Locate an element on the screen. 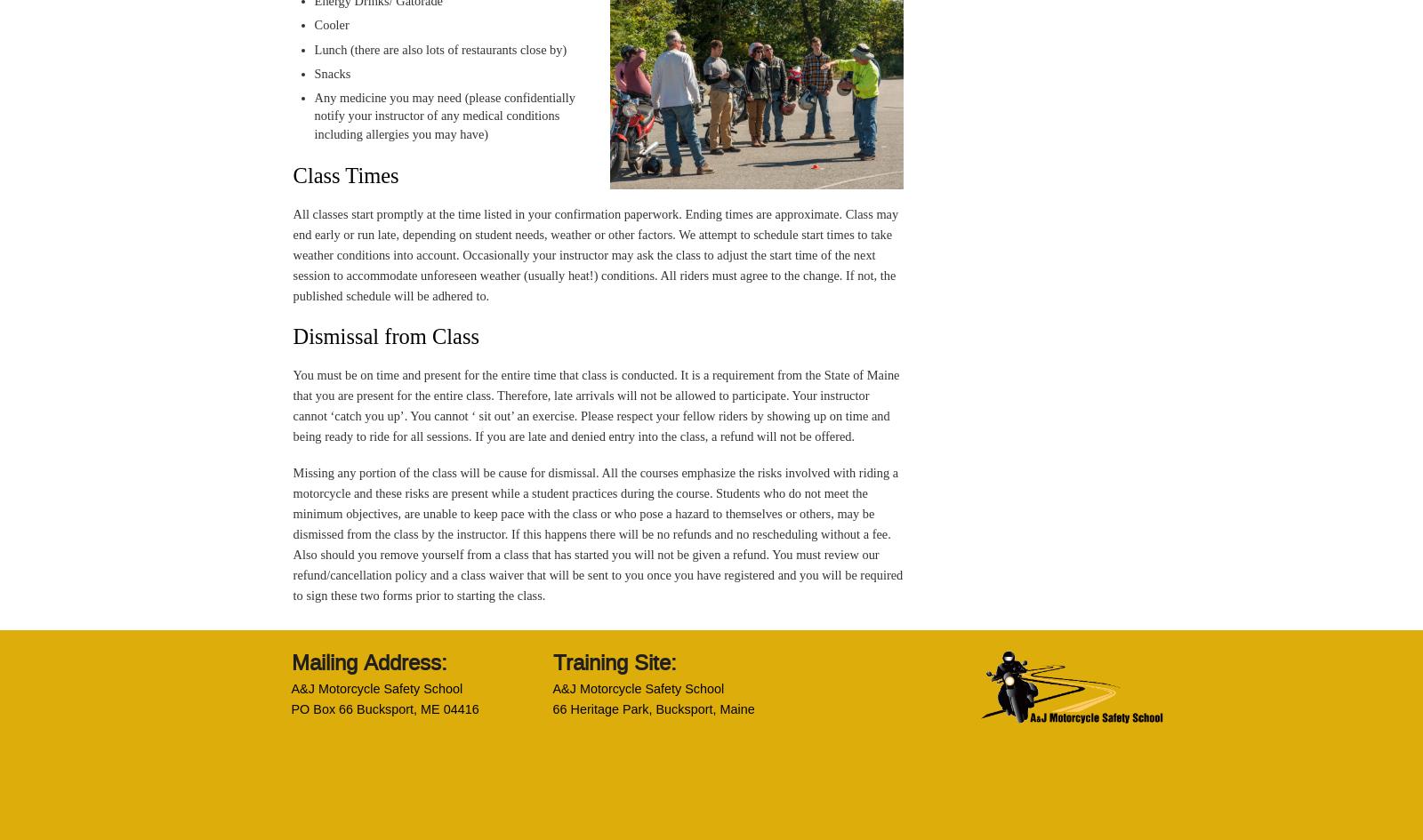  'You must be on time and present for the entire time that class is conducted. It is a requirement from the State of Maine that you are present for the entire class. Therefore, late arrivals will not be allowed to participate. Your instructor cannot ‘catch you up’. You cannot ‘ sit out’ an exercise. Please respect your fellow riders by showing up on time and being ready to ride for all sessions. If you are late and denied entry into the class, a refund will not be offered.' is located at coordinates (595, 405).